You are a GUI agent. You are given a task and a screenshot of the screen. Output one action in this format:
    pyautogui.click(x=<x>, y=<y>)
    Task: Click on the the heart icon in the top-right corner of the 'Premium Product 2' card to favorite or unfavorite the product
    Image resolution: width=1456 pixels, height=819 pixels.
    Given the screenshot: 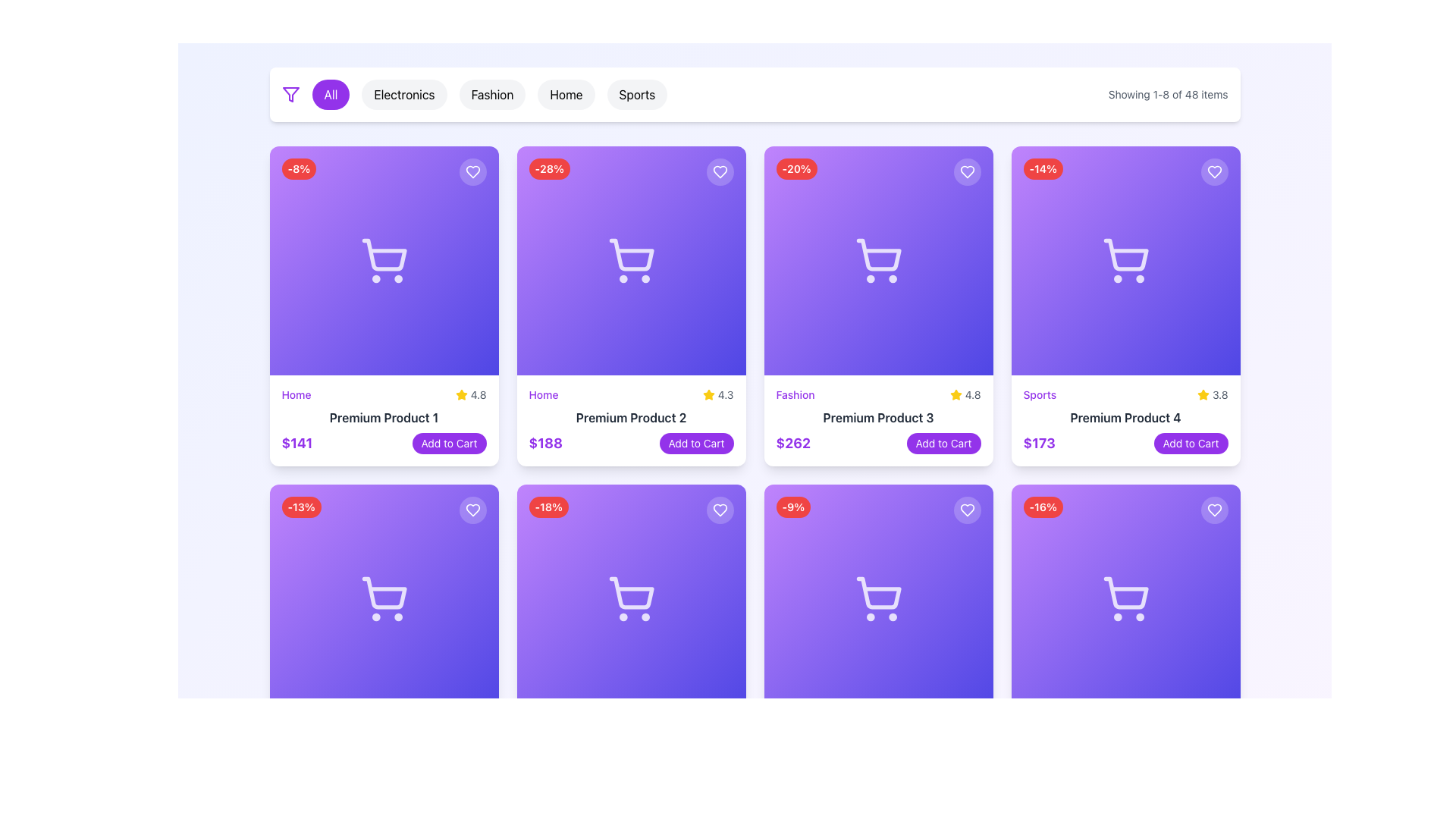 What is the action you would take?
    pyautogui.click(x=719, y=510)
    